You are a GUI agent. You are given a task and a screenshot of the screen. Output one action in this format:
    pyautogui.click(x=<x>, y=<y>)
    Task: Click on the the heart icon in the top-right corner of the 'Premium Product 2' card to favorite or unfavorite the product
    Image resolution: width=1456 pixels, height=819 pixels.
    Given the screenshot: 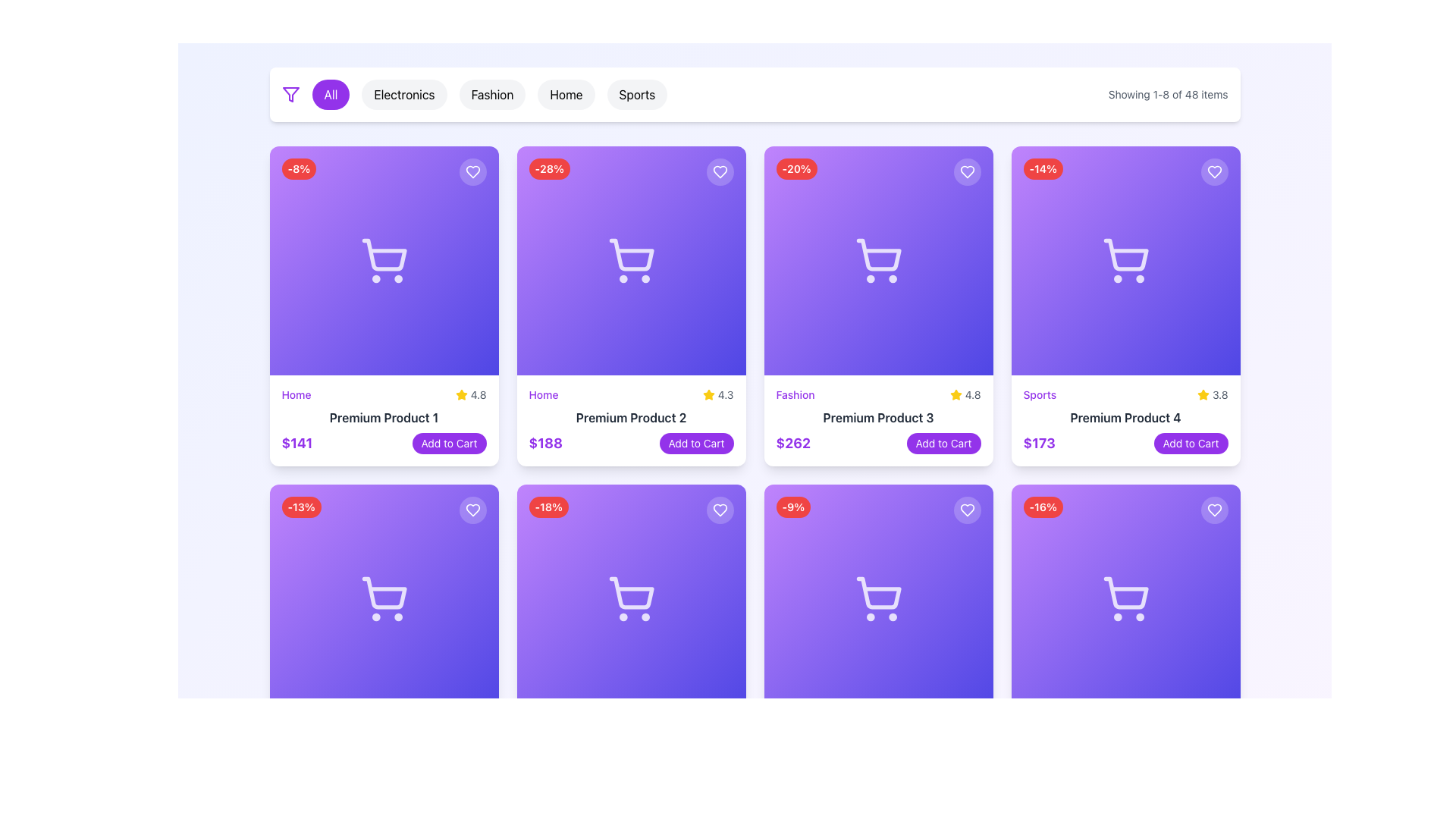 What is the action you would take?
    pyautogui.click(x=719, y=510)
    